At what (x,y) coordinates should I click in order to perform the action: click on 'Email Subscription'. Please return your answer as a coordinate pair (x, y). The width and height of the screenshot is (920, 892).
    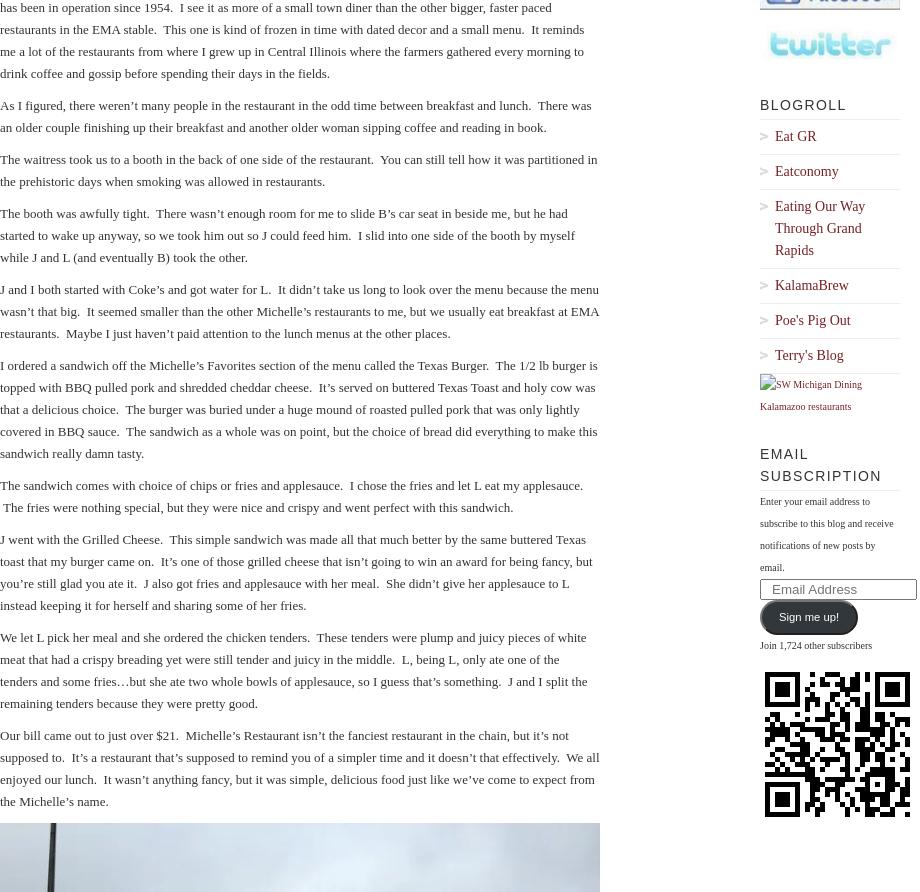
    Looking at the image, I should click on (819, 464).